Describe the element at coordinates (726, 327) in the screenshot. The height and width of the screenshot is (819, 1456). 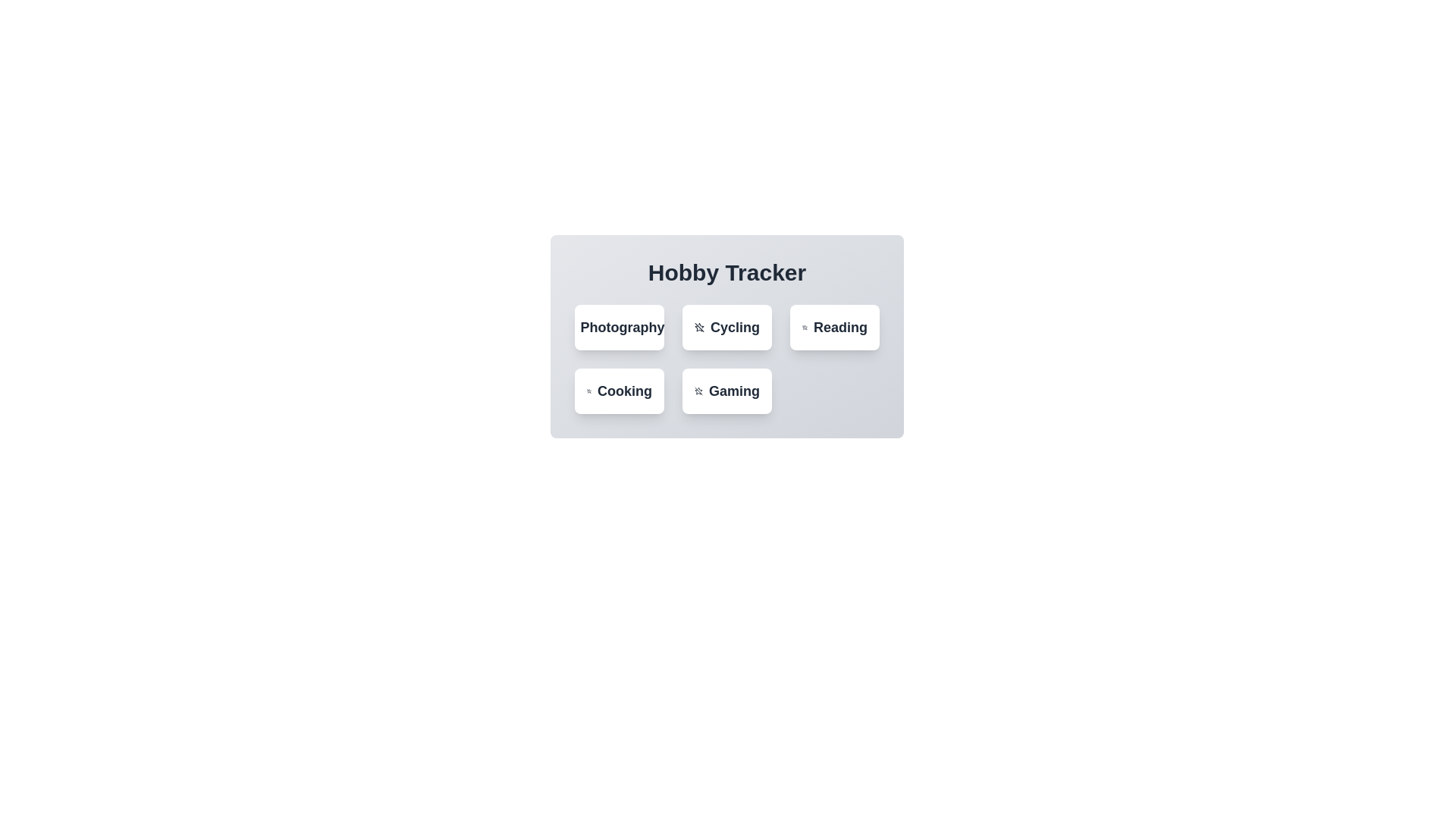
I see `the hobby Cycling by clicking its button` at that location.